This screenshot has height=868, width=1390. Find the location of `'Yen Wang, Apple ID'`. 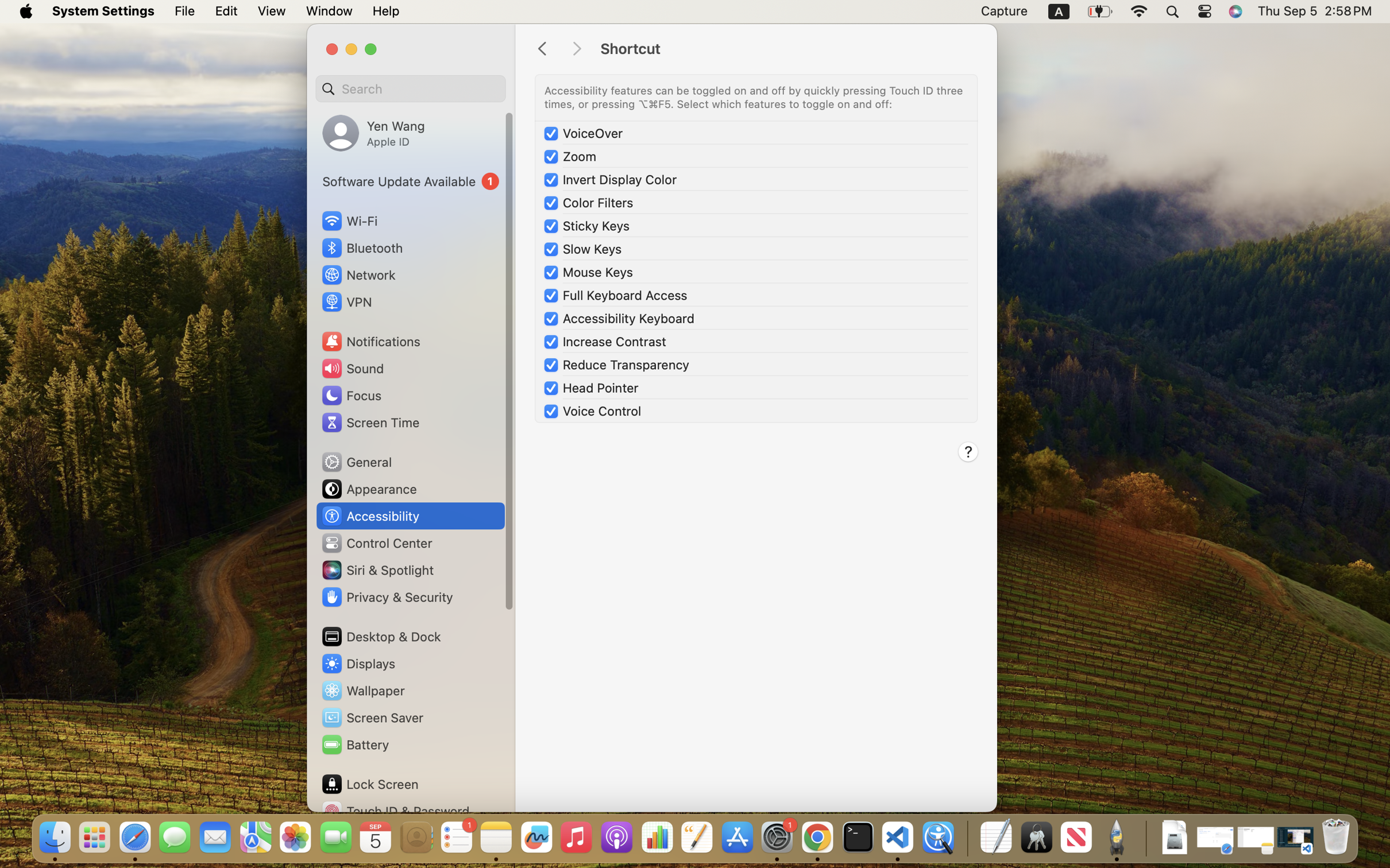

'Yen Wang, Apple ID' is located at coordinates (373, 132).